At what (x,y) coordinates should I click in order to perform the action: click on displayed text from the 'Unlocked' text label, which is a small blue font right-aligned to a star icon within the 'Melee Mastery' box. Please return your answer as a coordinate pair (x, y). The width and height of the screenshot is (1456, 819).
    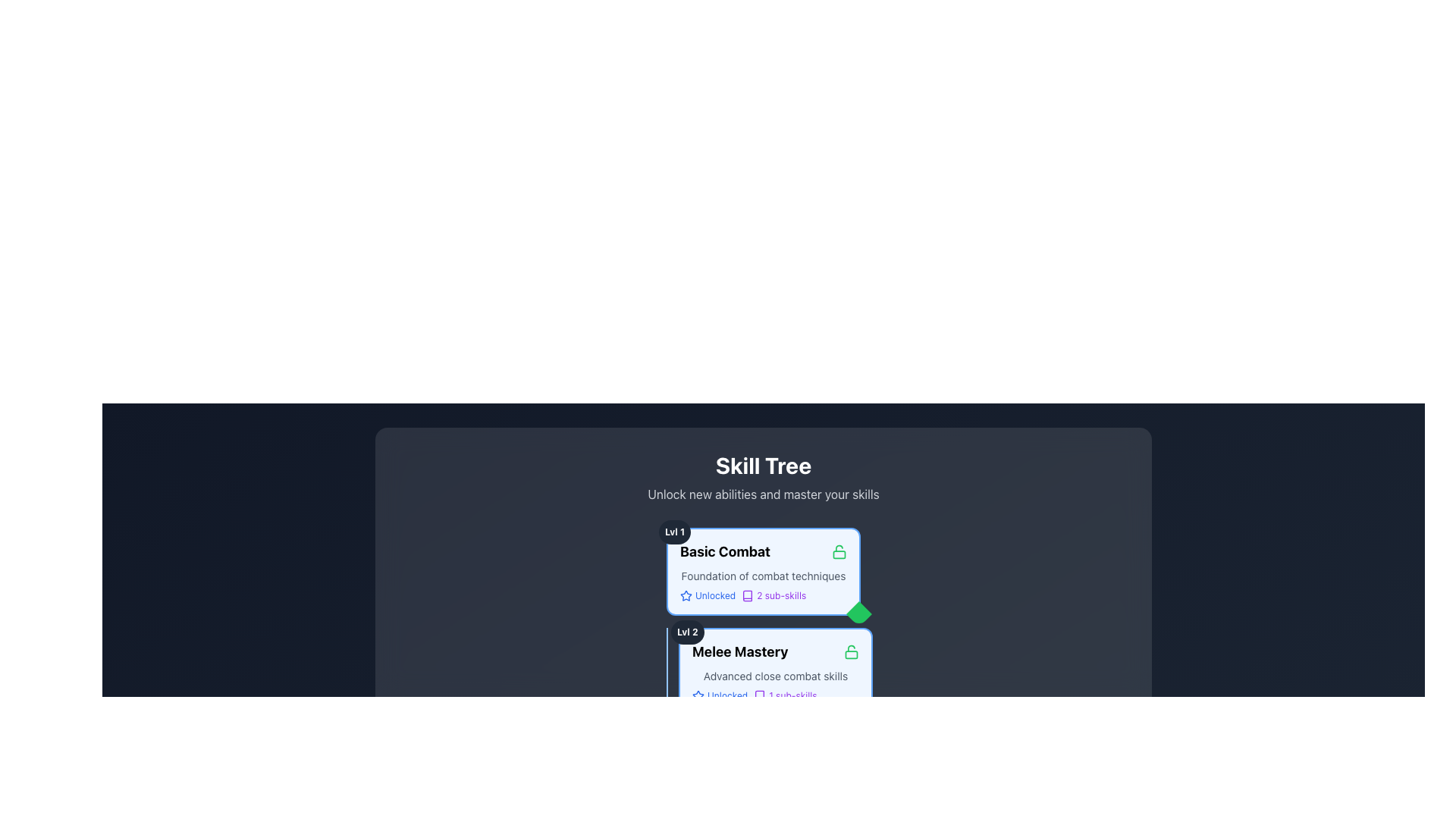
    Looking at the image, I should click on (726, 696).